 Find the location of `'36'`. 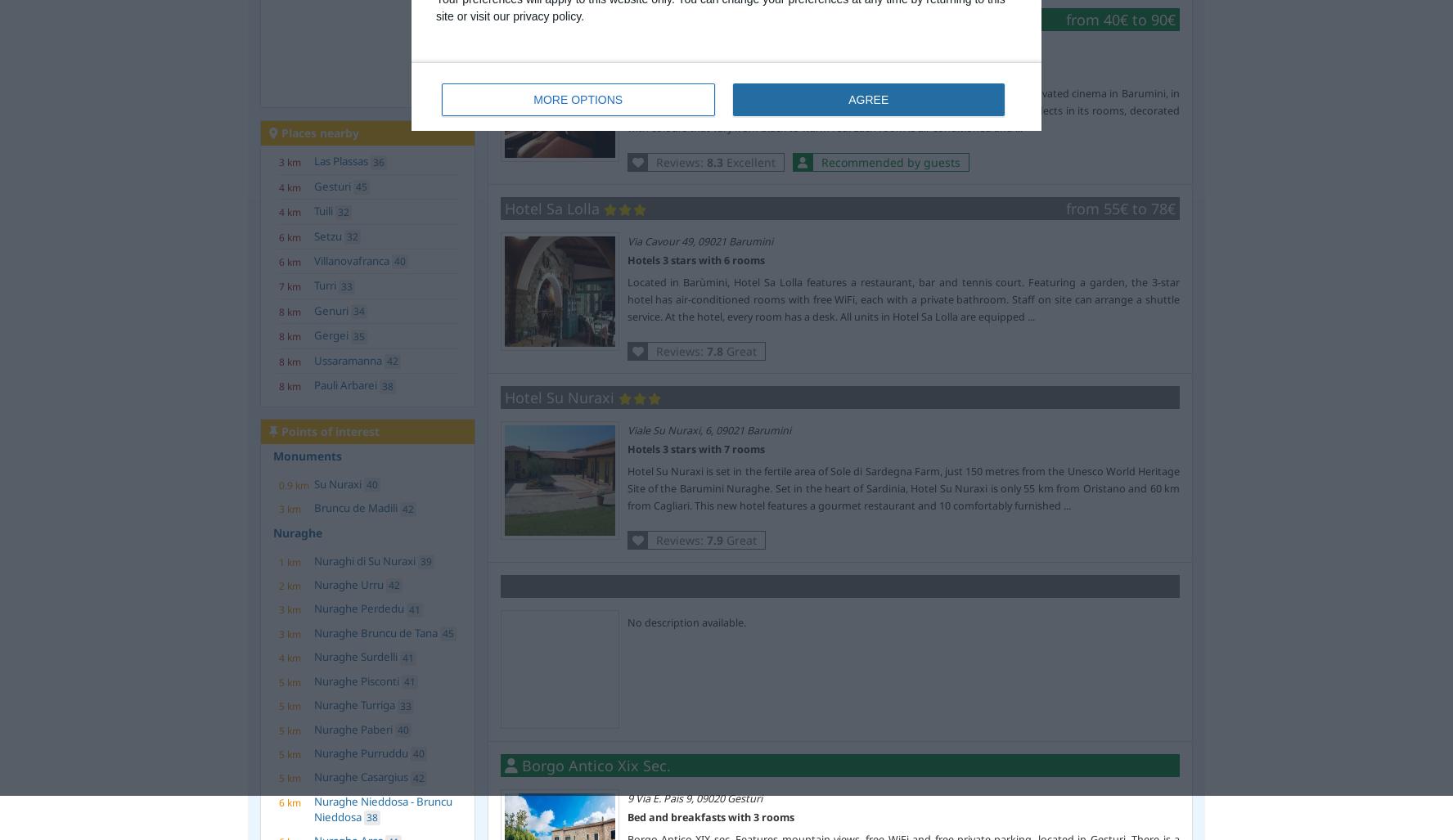

'36' is located at coordinates (378, 160).